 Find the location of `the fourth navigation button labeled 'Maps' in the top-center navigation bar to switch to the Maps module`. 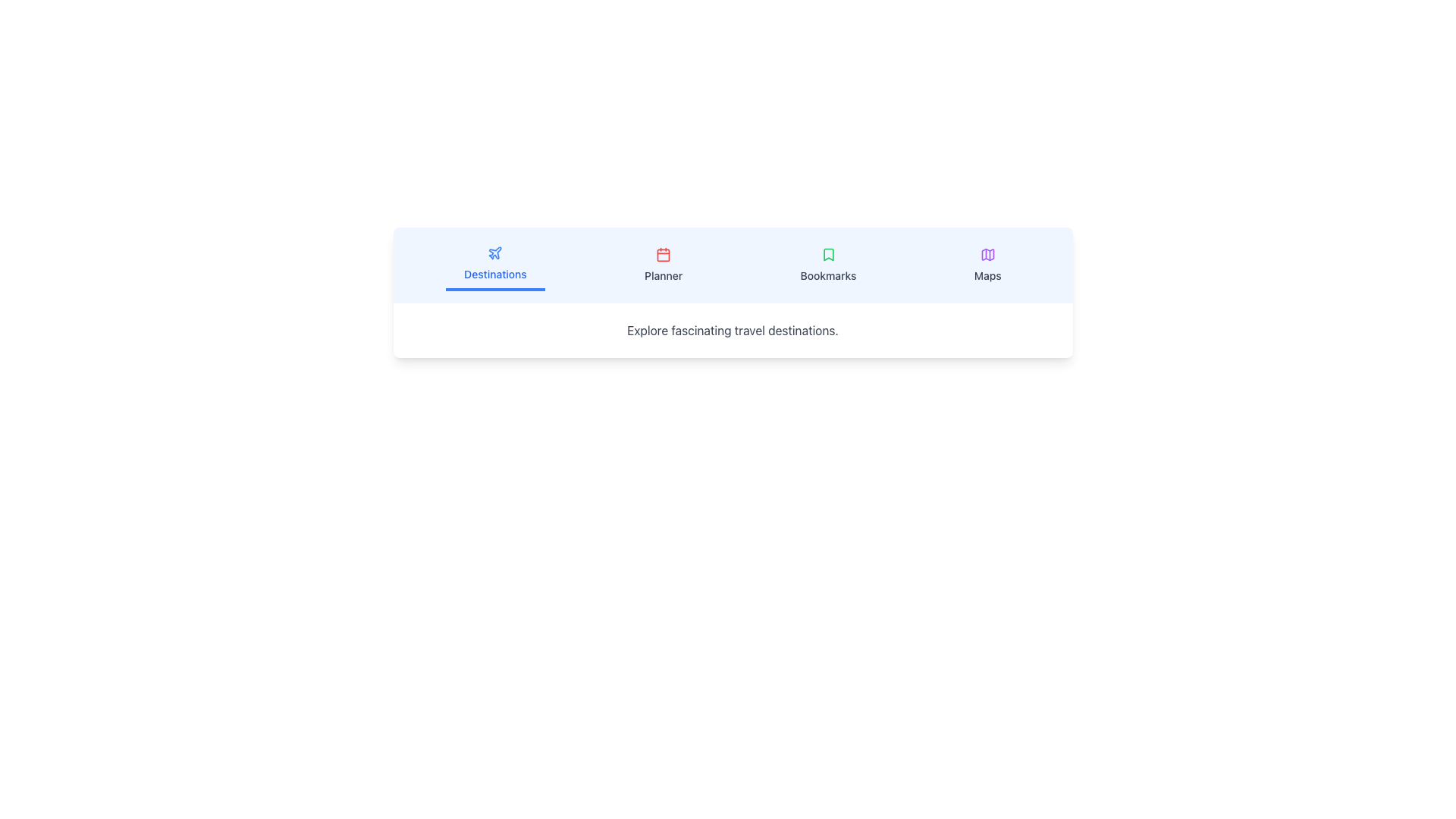

the fourth navigation button labeled 'Maps' in the top-center navigation bar to switch to the Maps module is located at coordinates (987, 265).